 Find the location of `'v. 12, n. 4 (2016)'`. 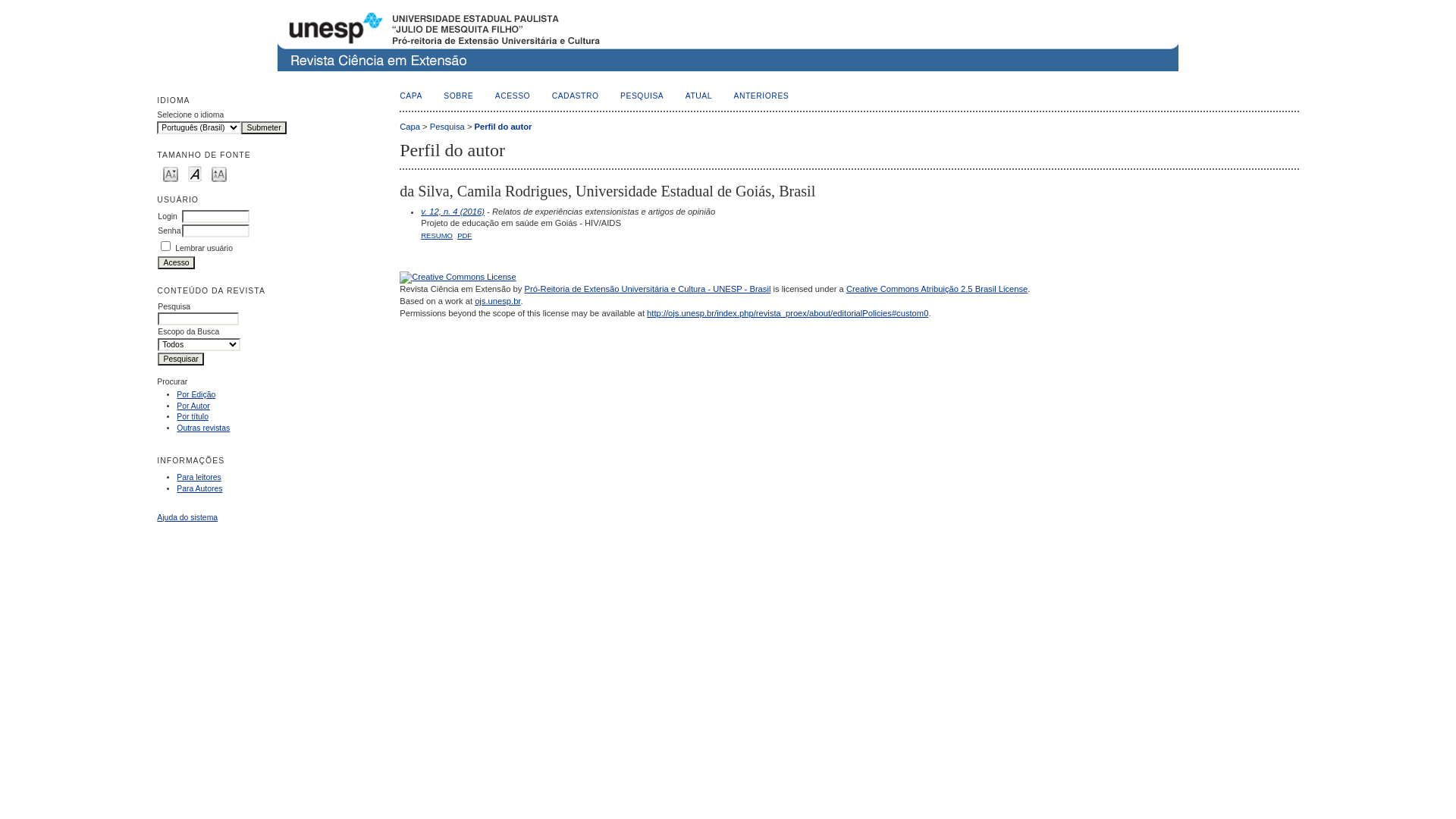

'v. 12, n. 4 (2016)' is located at coordinates (451, 211).